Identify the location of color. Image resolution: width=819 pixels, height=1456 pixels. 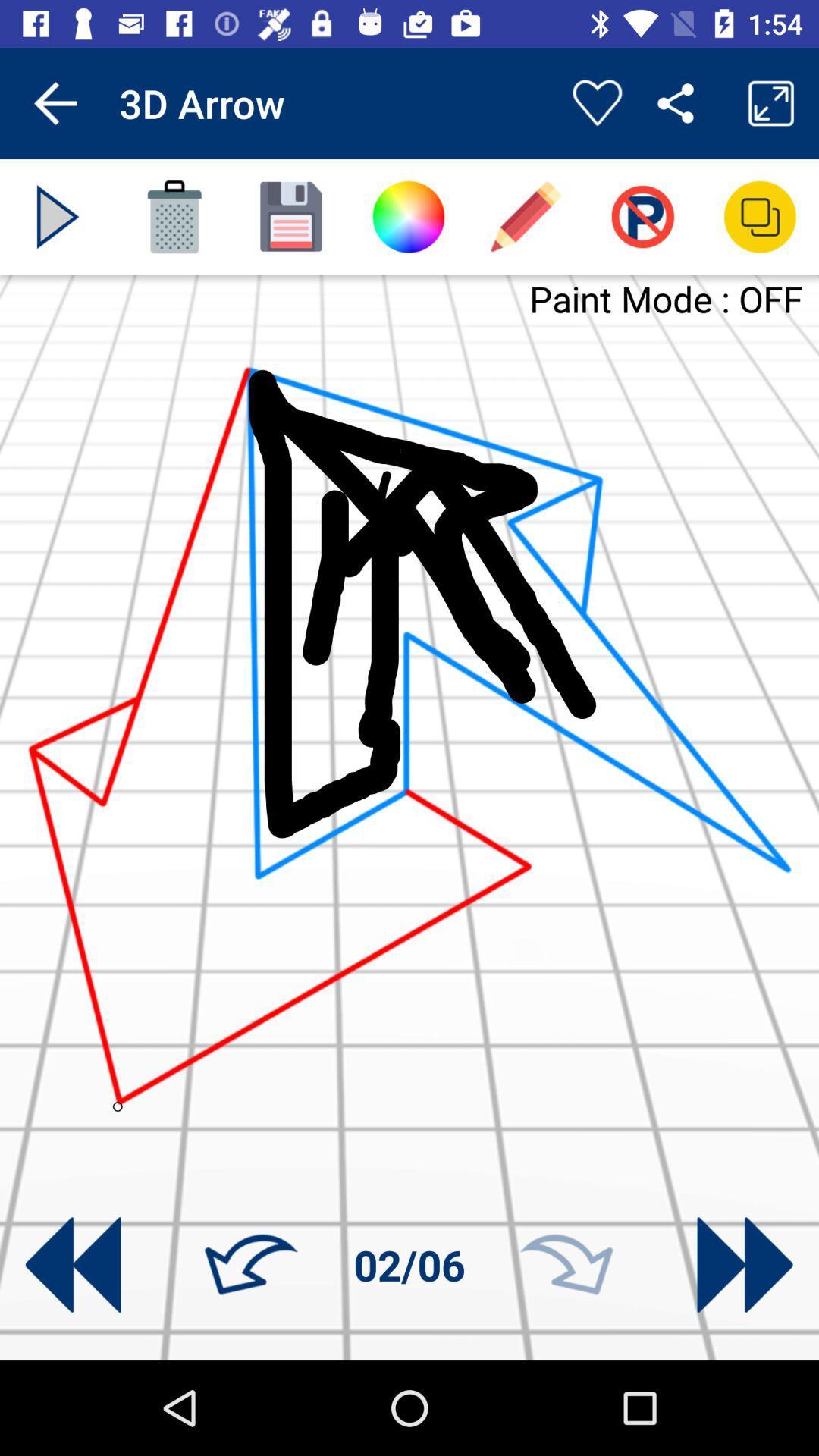
(407, 216).